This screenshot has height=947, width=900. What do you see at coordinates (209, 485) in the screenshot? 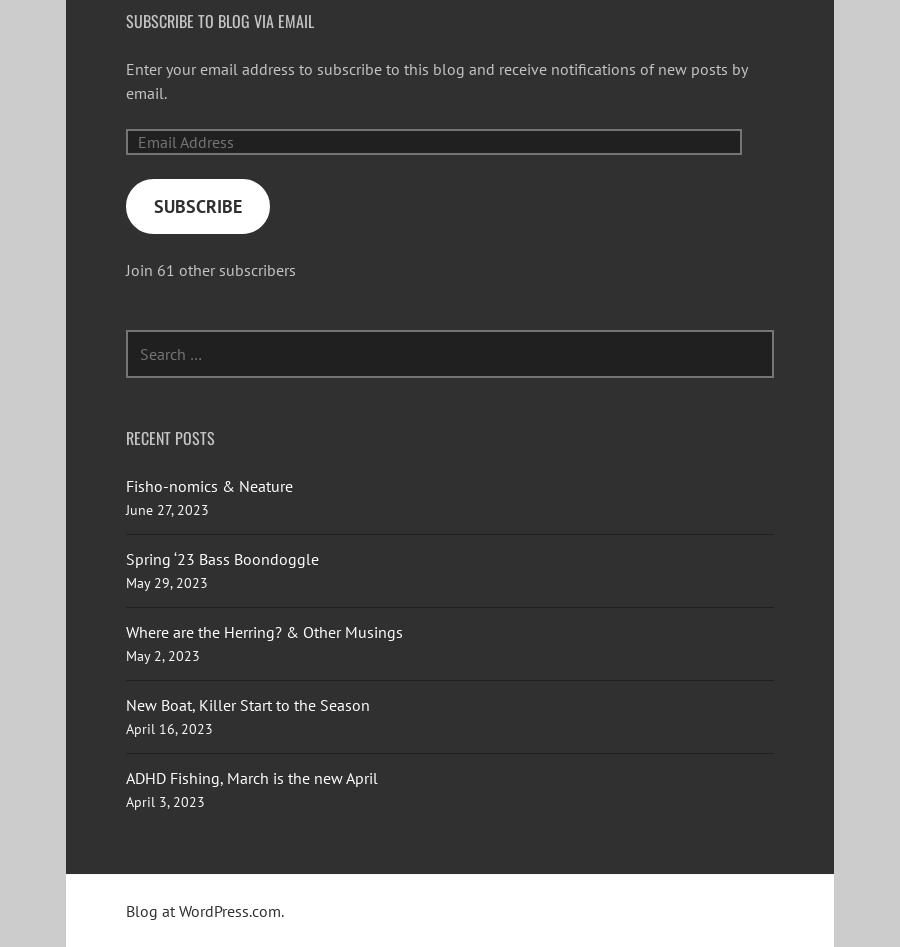
I see `'Fisho-nomics & Neature'` at bounding box center [209, 485].